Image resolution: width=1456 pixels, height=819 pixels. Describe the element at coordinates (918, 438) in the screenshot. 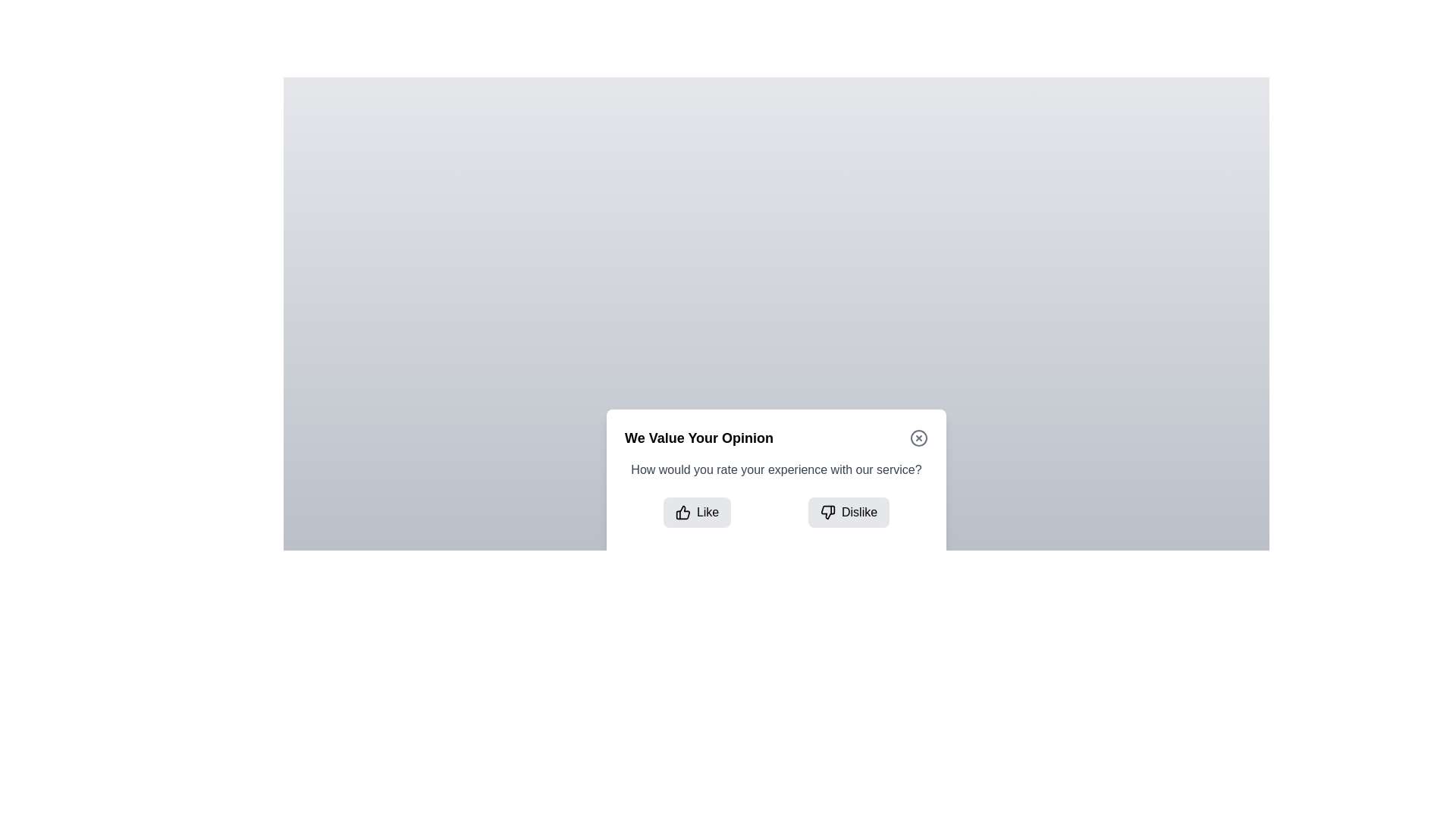

I see `the close button to close the dialog` at that location.